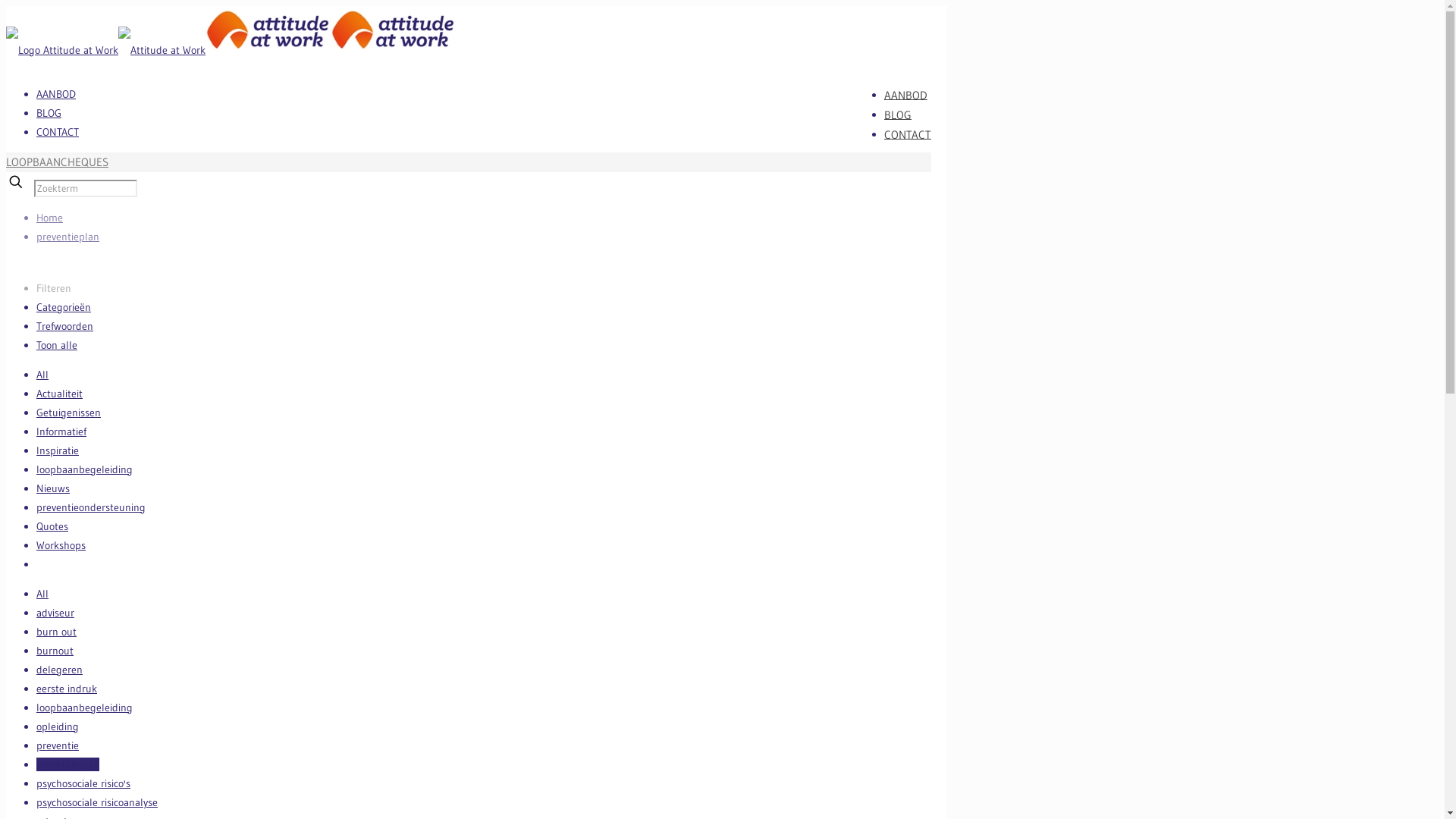 The image size is (1456, 819). Describe the element at coordinates (52, 526) in the screenshot. I see `'Quotes'` at that location.